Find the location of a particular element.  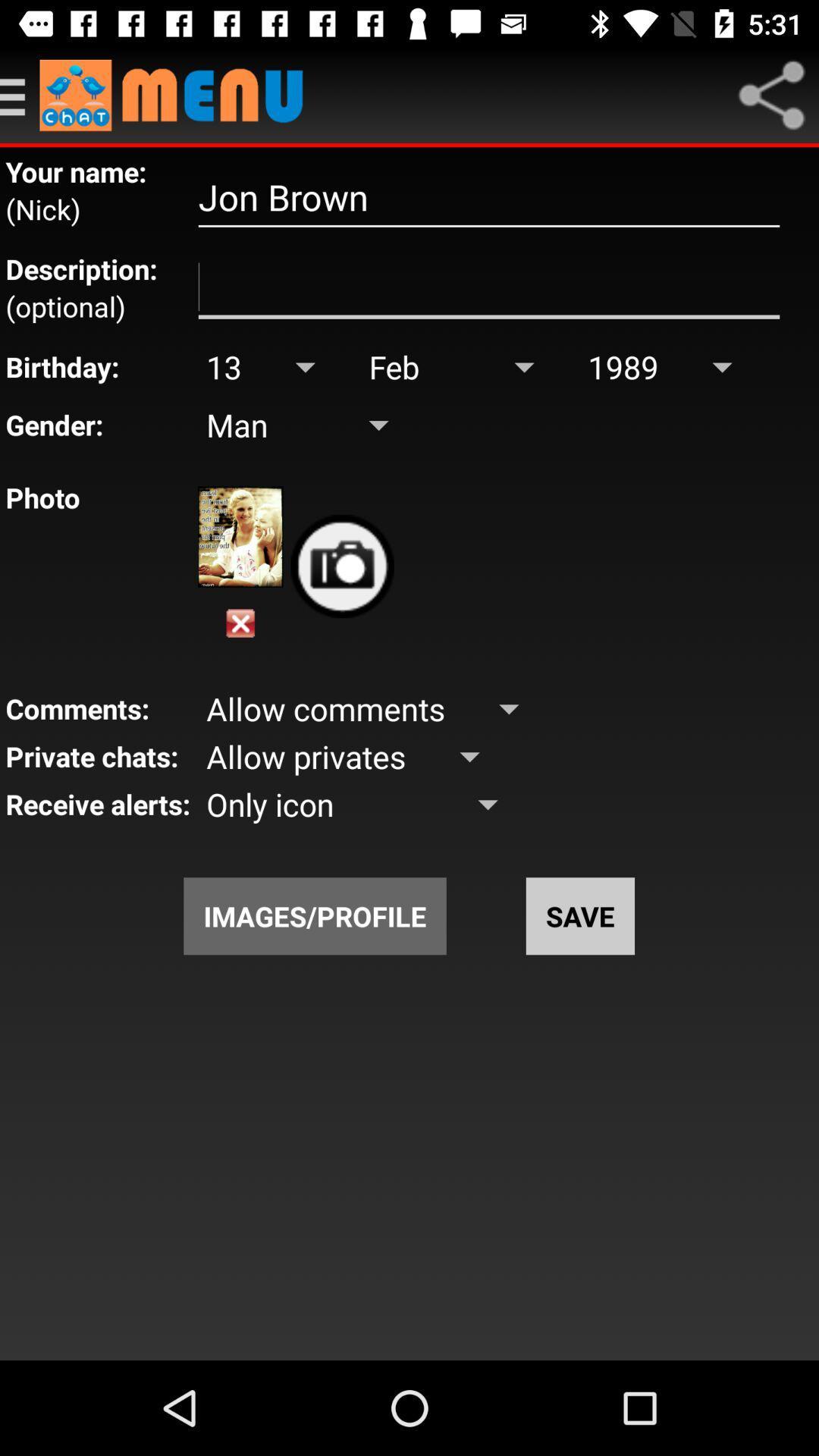

the share icon is located at coordinates (771, 94).